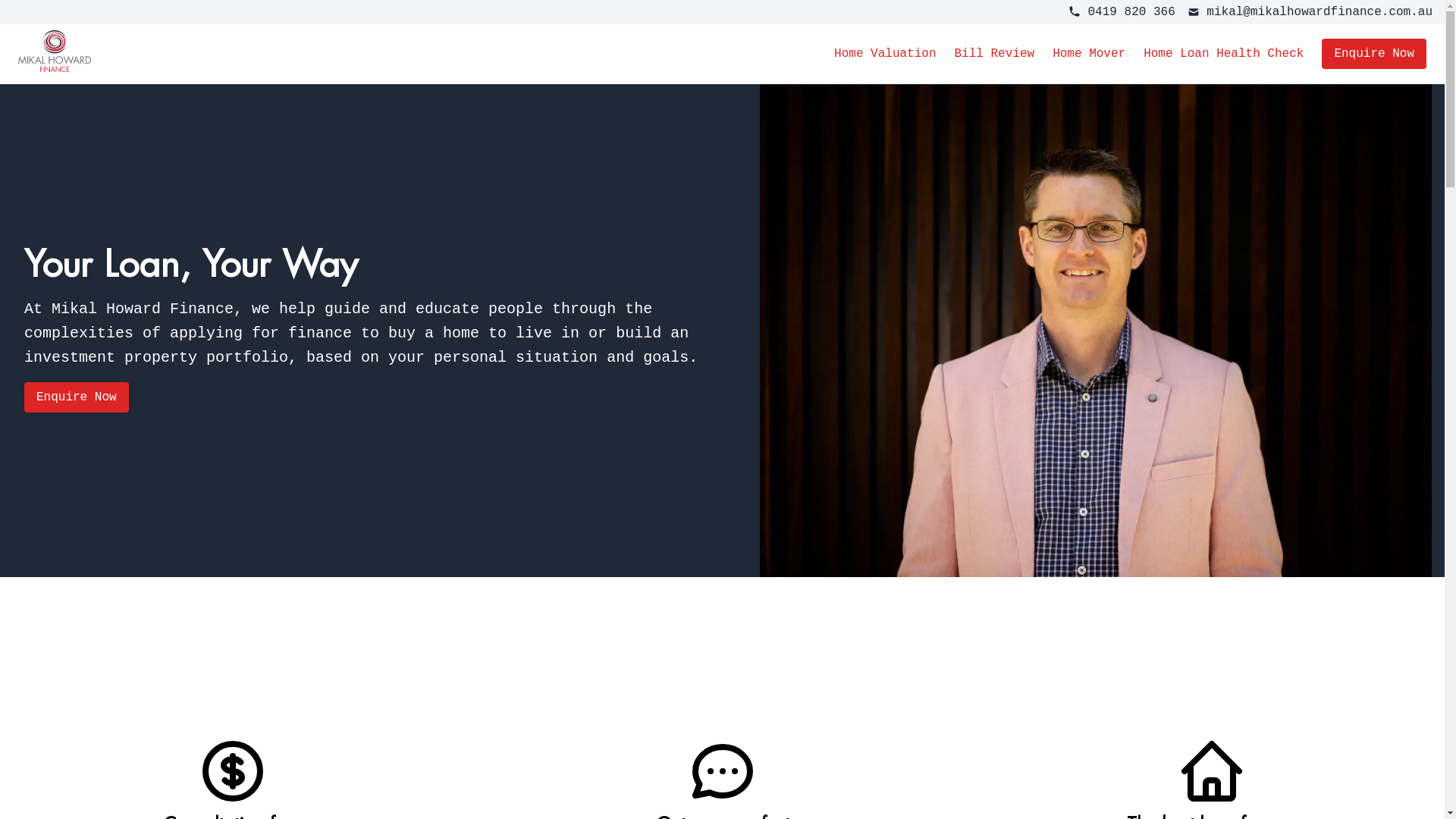 This screenshot has width=1456, height=819. What do you see at coordinates (75, 397) in the screenshot?
I see `'Enquire Now'` at bounding box center [75, 397].